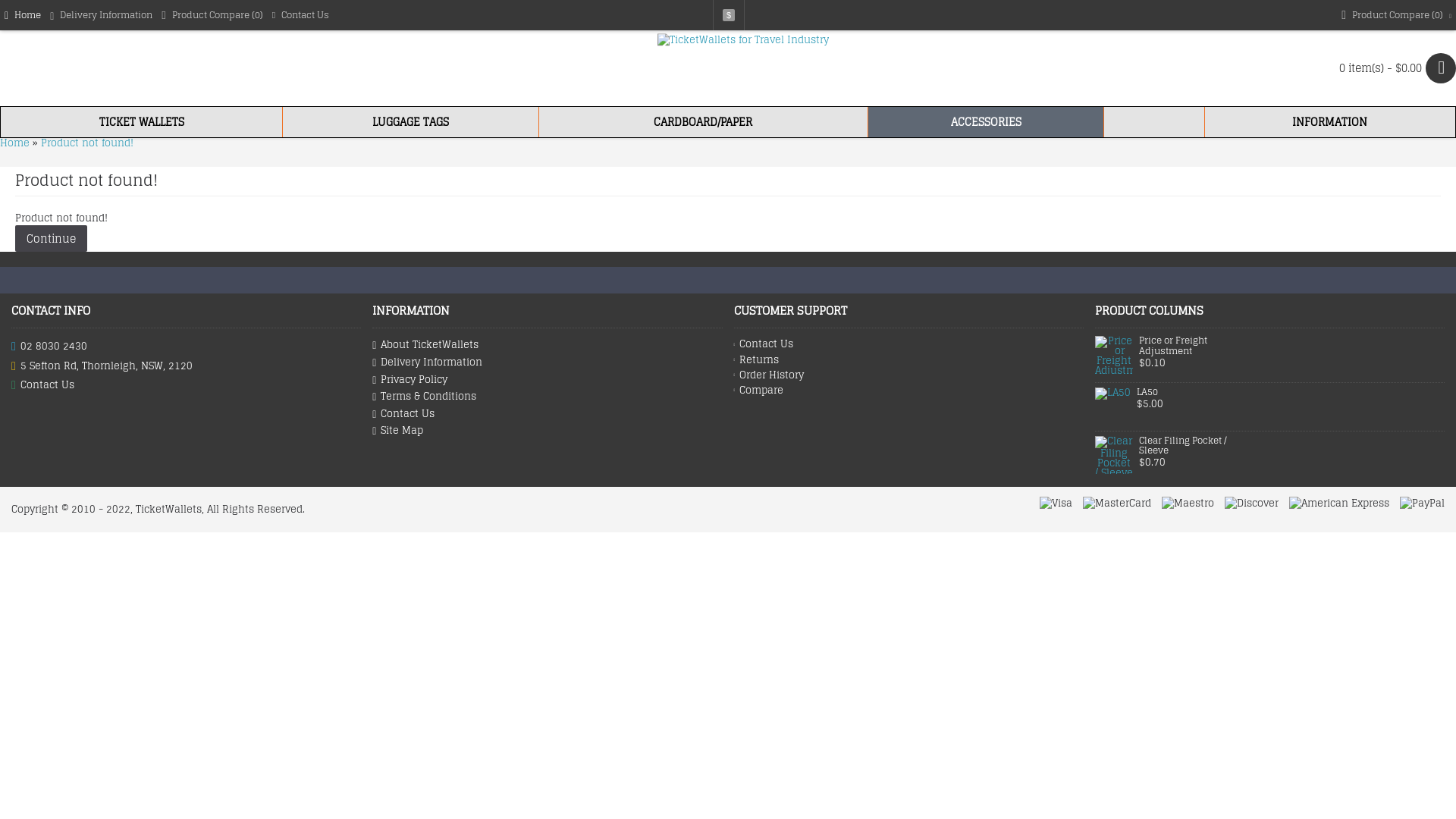 This screenshot has height=819, width=1456. Describe the element at coordinates (986, 121) in the screenshot. I see `'ACCESSORIES'` at that location.